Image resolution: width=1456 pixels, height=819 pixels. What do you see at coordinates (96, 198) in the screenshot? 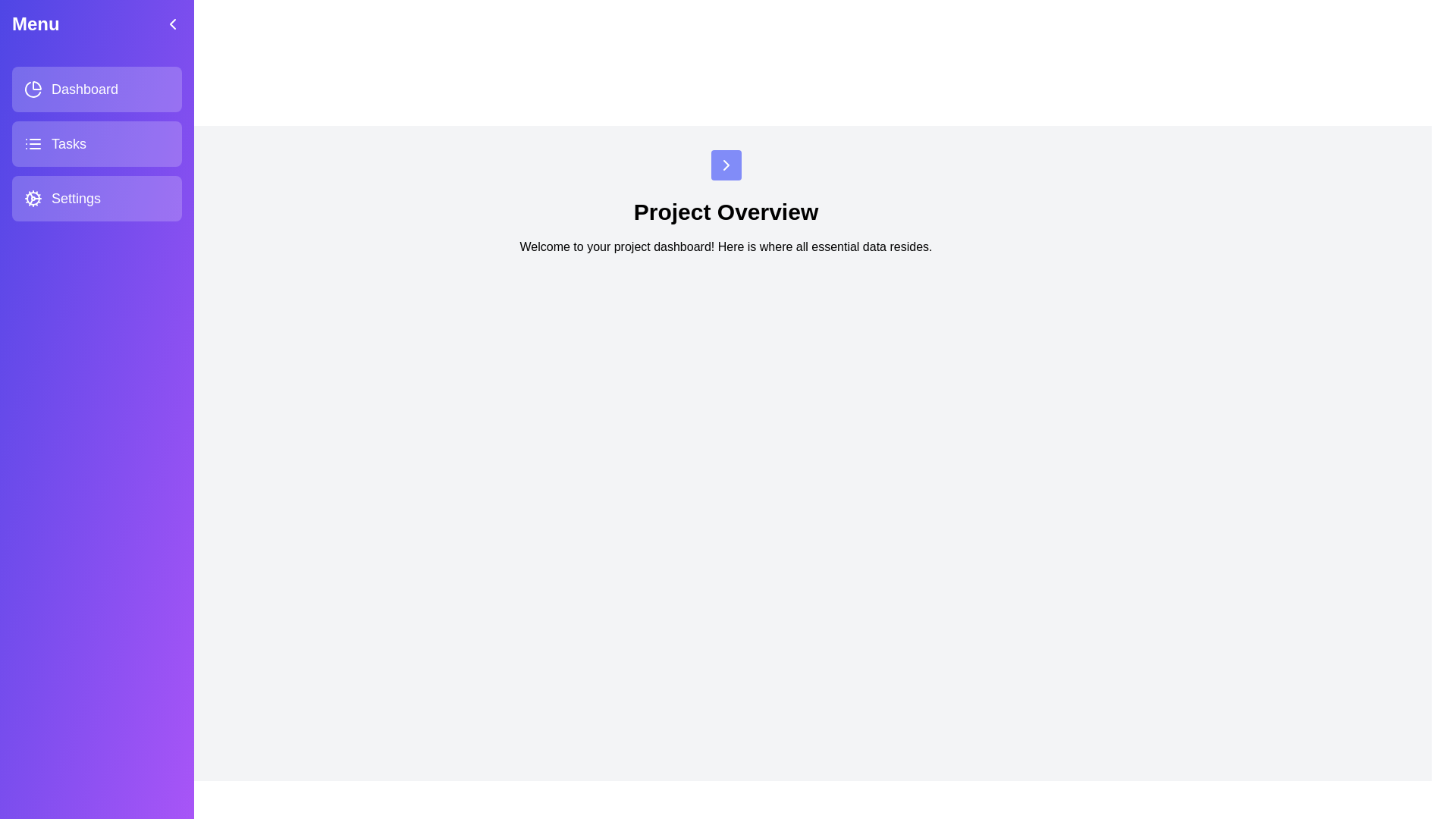
I see `the navigation menu item corresponding to Settings` at bounding box center [96, 198].